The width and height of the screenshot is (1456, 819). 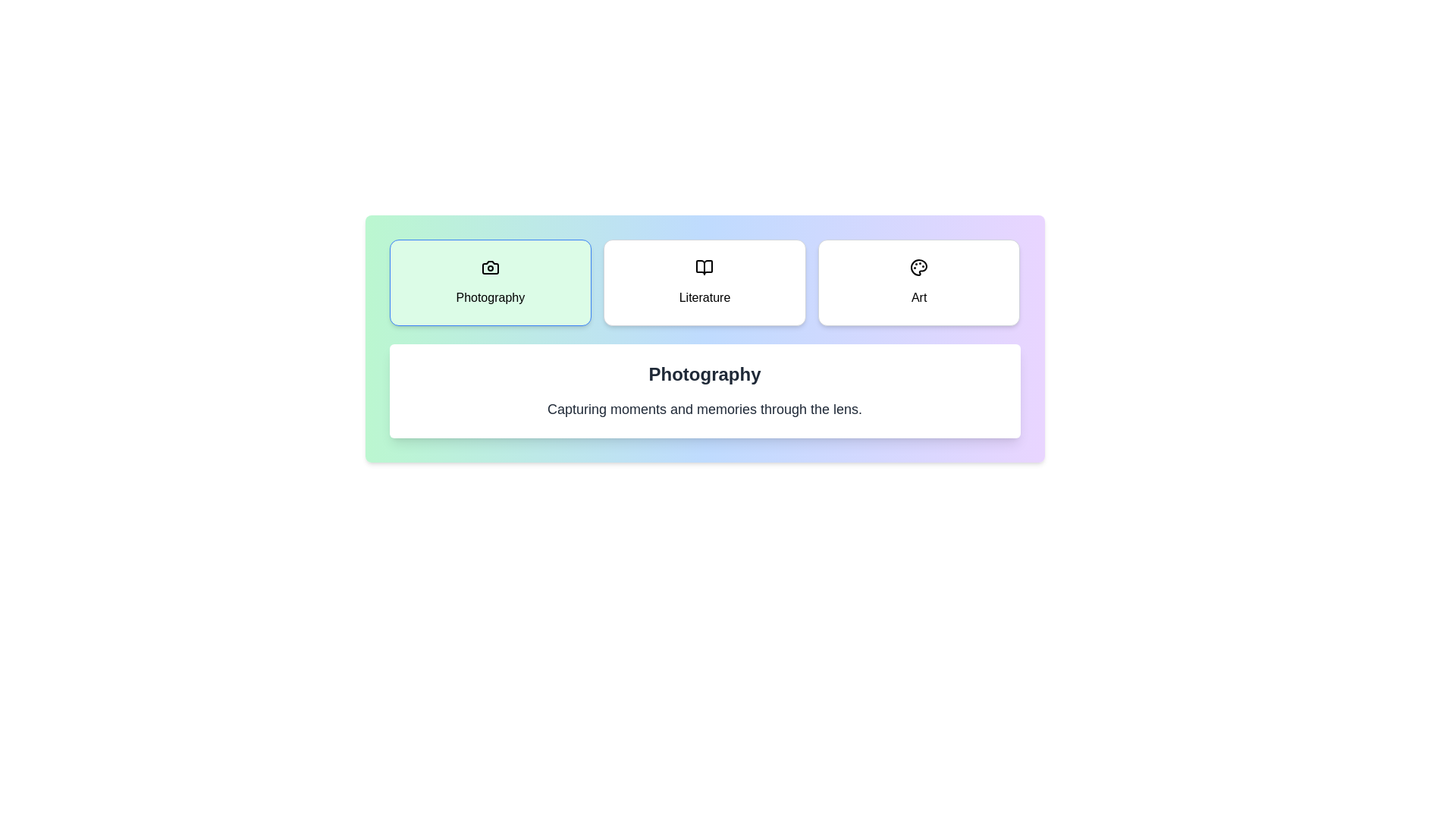 What do you see at coordinates (918, 267) in the screenshot?
I see `the SVG icon depicting a palette located in the top right section of the interface, contained inside the third card labeled 'Art'` at bounding box center [918, 267].